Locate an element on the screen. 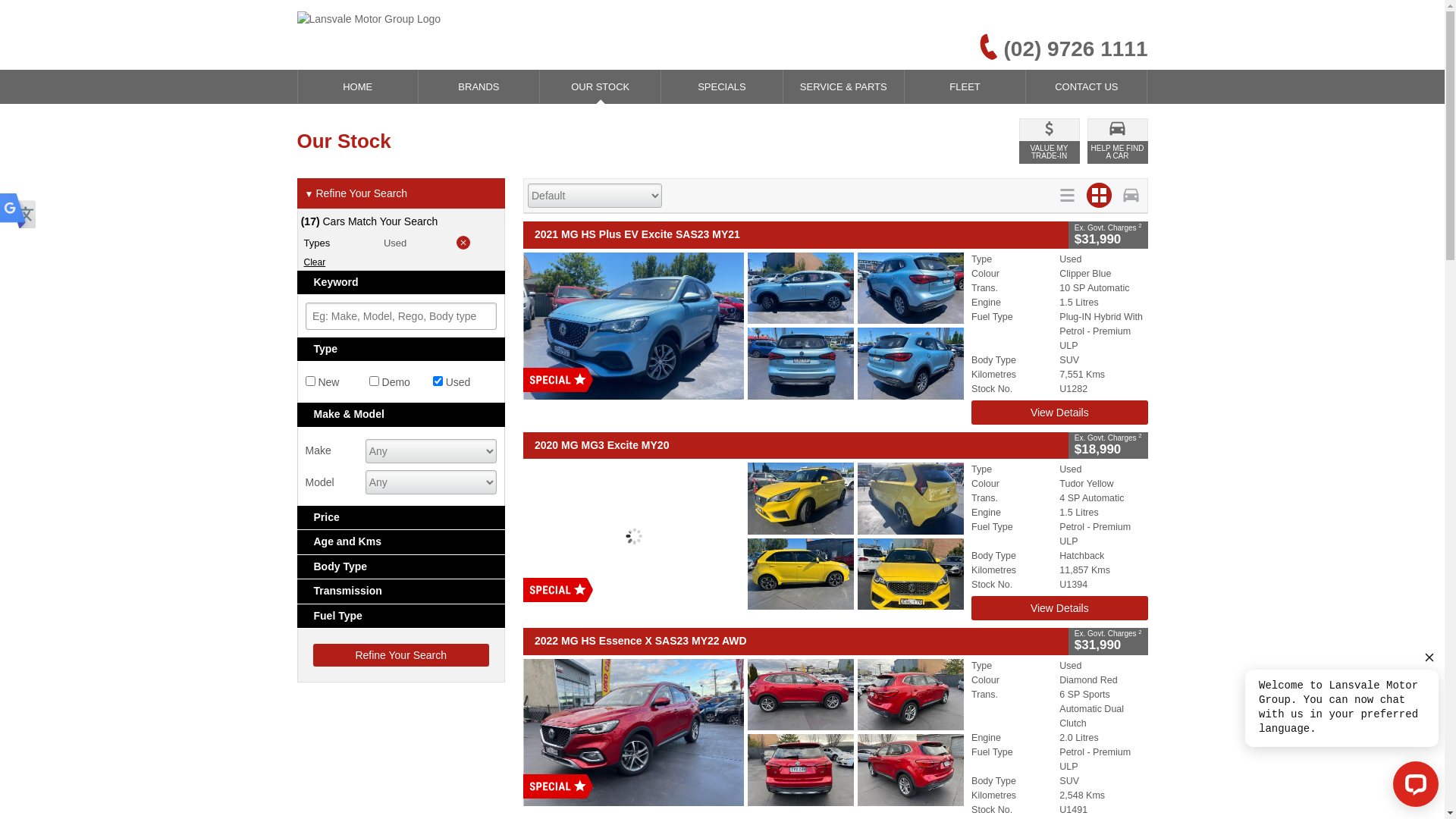 Image resolution: width=1456 pixels, height=819 pixels. 'VALUE MY TRADE-IN' is located at coordinates (1019, 140).